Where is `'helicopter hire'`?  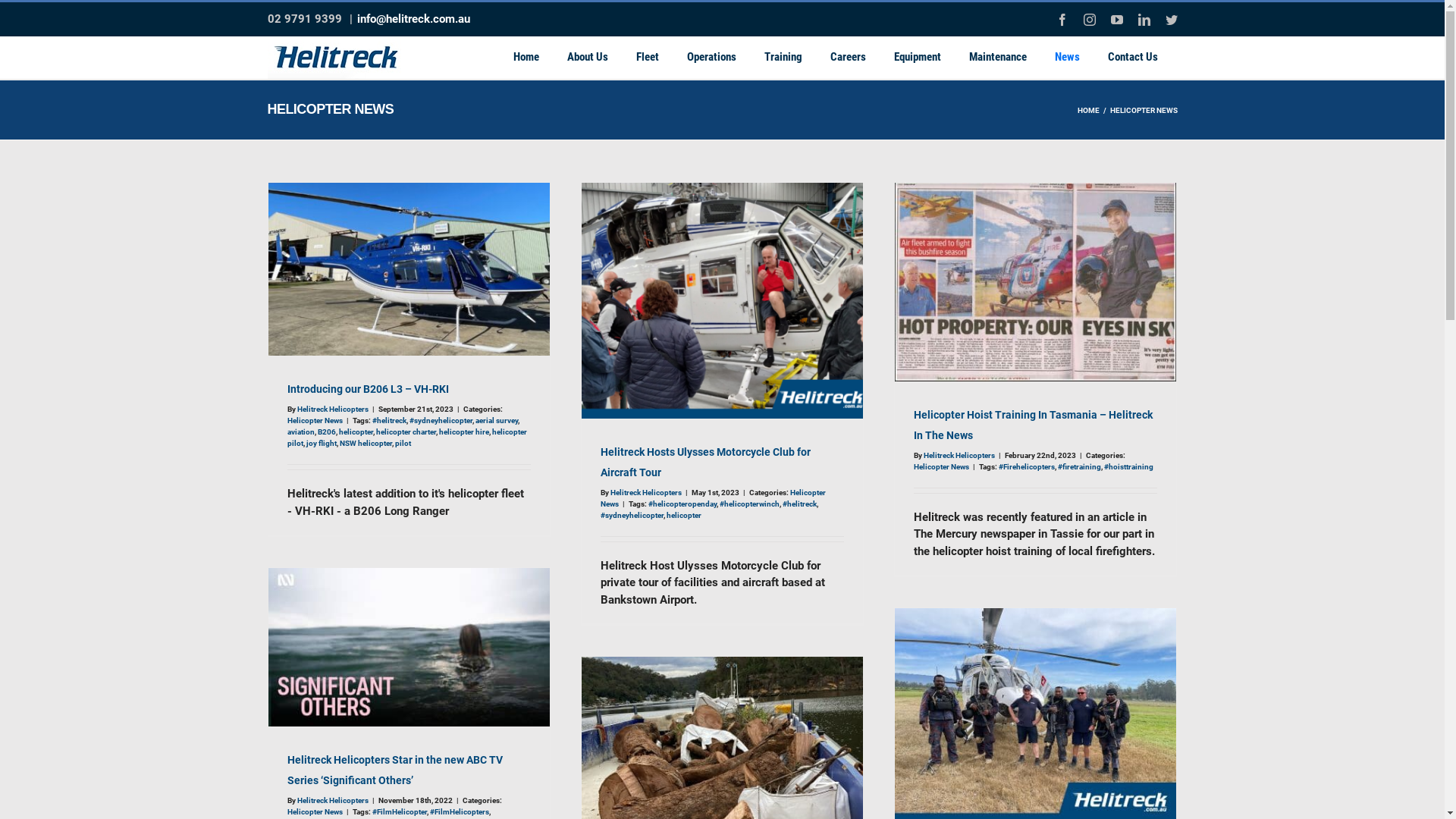
'helicopter hire' is located at coordinates (462, 431).